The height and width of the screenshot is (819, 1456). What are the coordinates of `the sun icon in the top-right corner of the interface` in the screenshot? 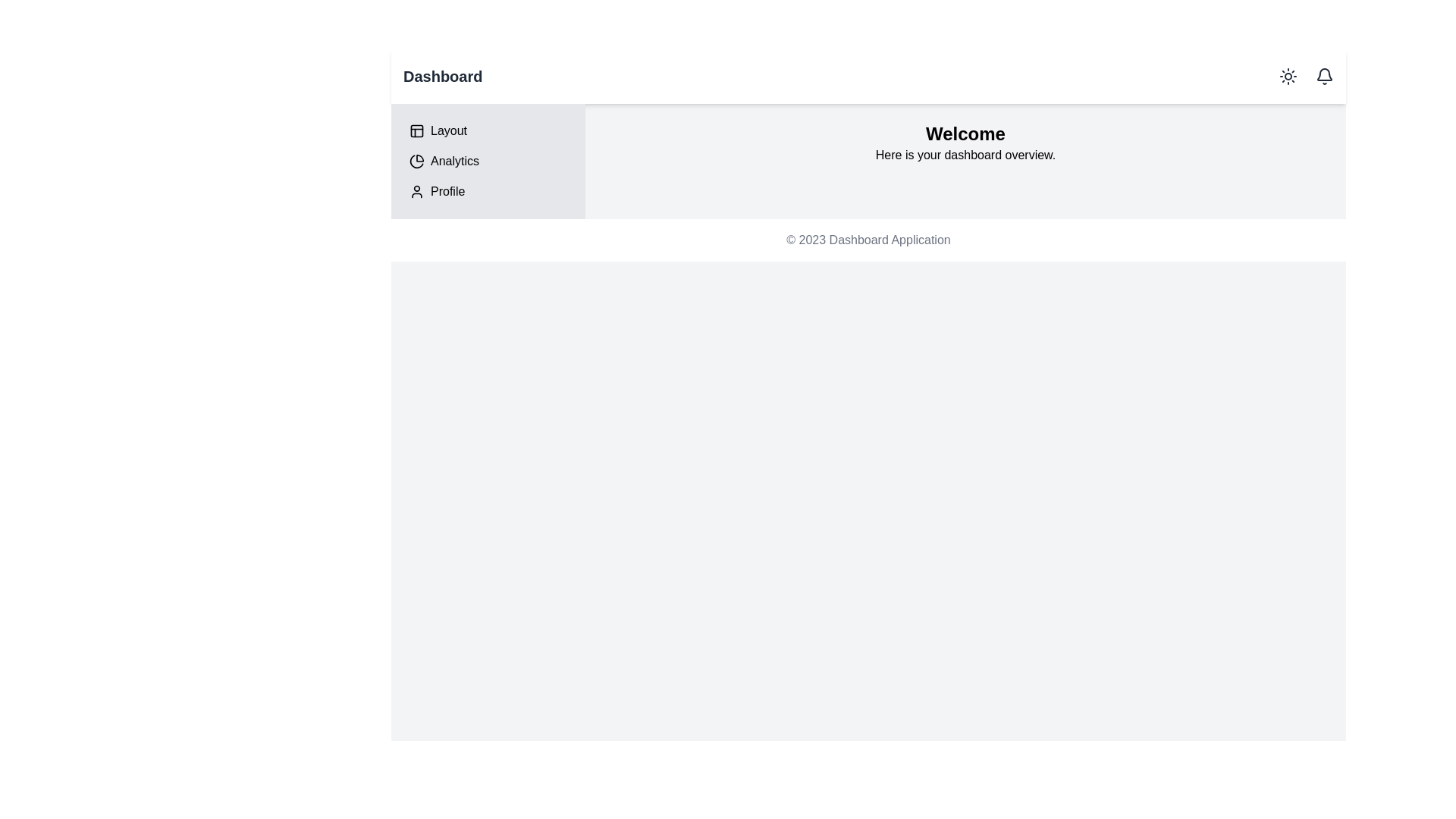 It's located at (1302, 76).